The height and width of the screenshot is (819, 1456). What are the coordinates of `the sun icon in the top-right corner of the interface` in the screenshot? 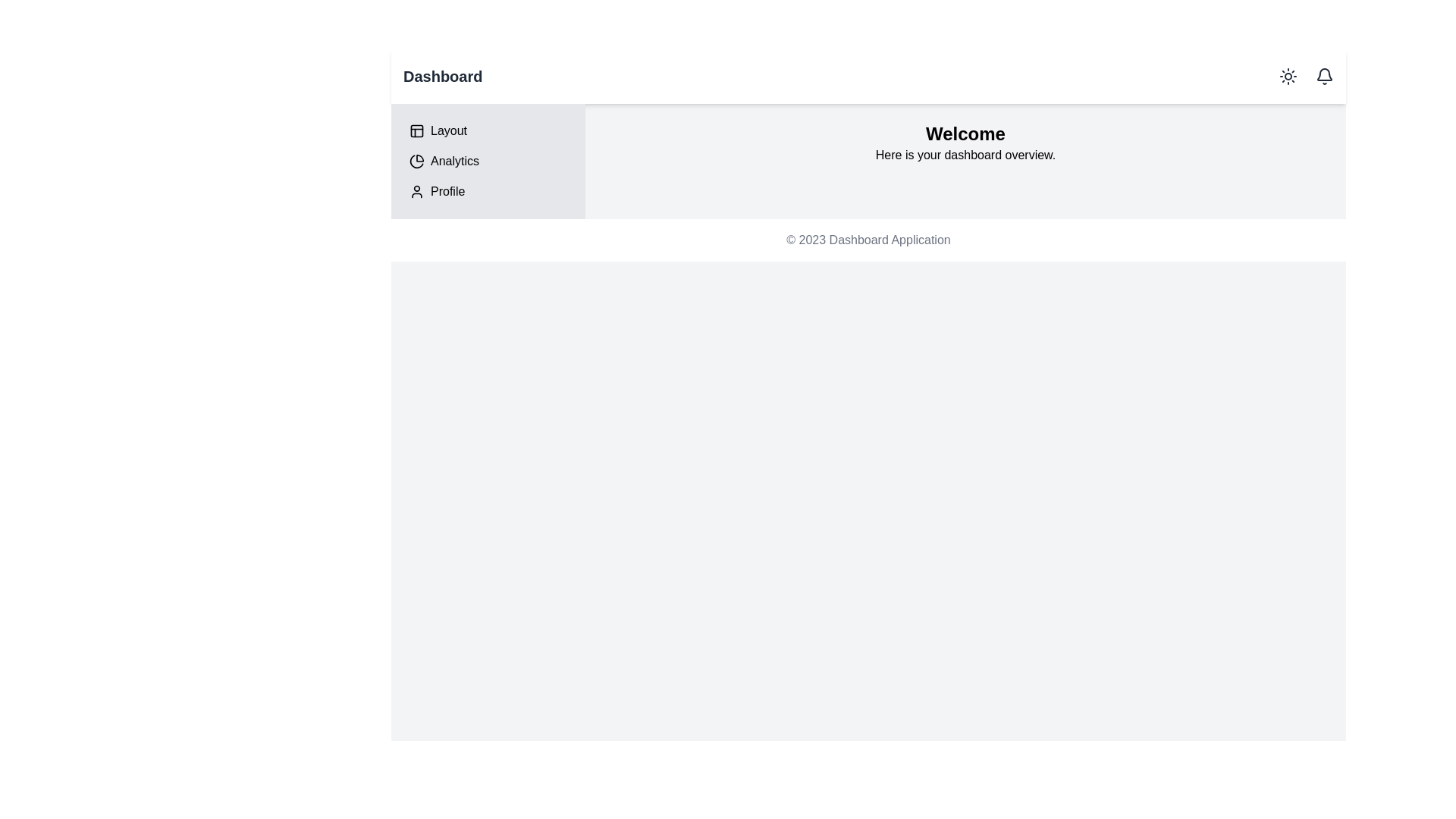 It's located at (1302, 76).